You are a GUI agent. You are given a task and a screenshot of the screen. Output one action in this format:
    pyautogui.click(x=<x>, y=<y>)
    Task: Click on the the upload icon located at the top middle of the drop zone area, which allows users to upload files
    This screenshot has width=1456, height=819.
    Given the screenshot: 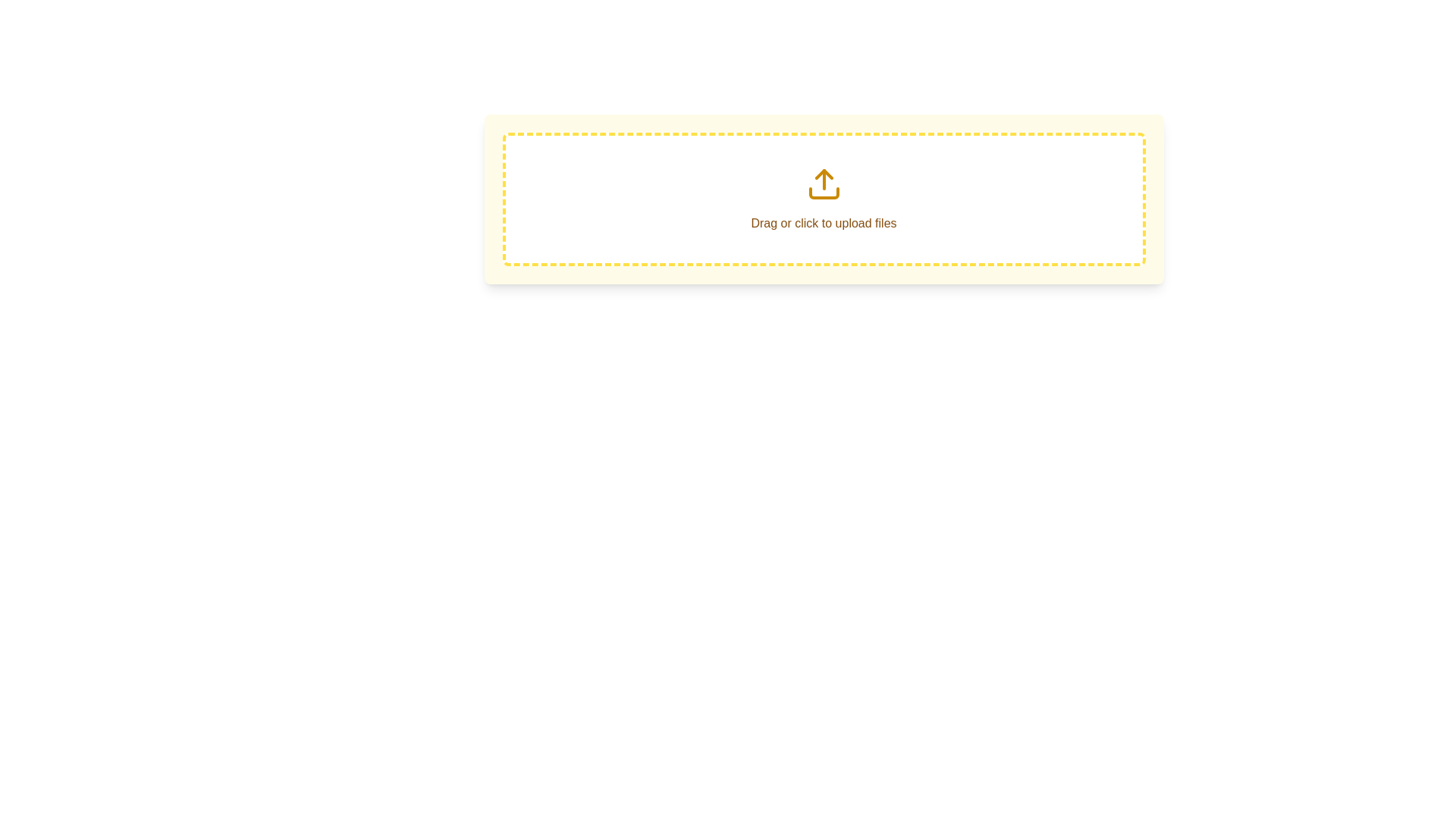 What is the action you would take?
    pyautogui.click(x=823, y=174)
    